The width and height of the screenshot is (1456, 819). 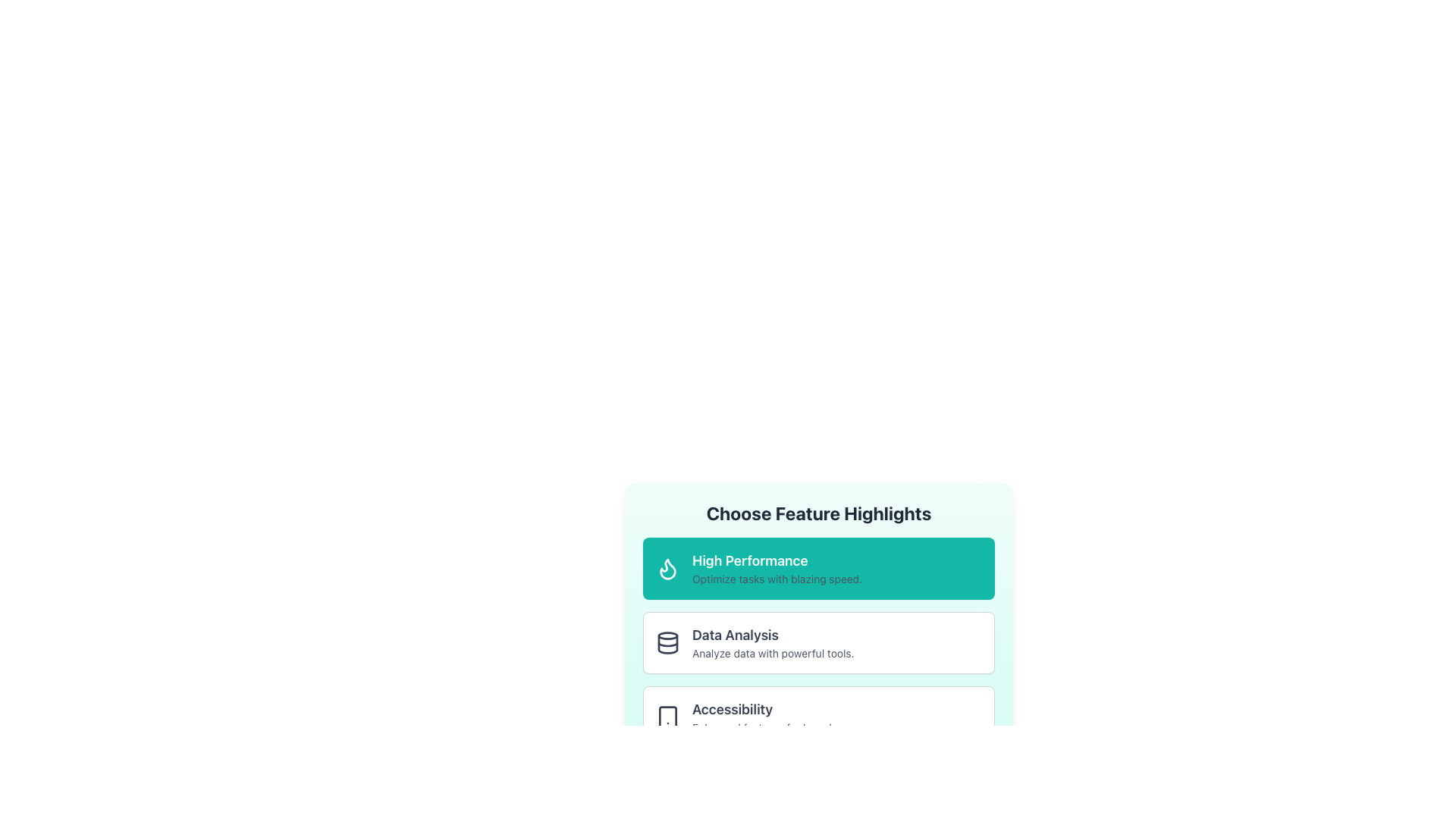 What do you see at coordinates (773, 643) in the screenshot?
I see `the 'Data Analysis' text display which features a bold title and a lighter description, located between 'High Performance' and 'Accessibility' cards` at bounding box center [773, 643].